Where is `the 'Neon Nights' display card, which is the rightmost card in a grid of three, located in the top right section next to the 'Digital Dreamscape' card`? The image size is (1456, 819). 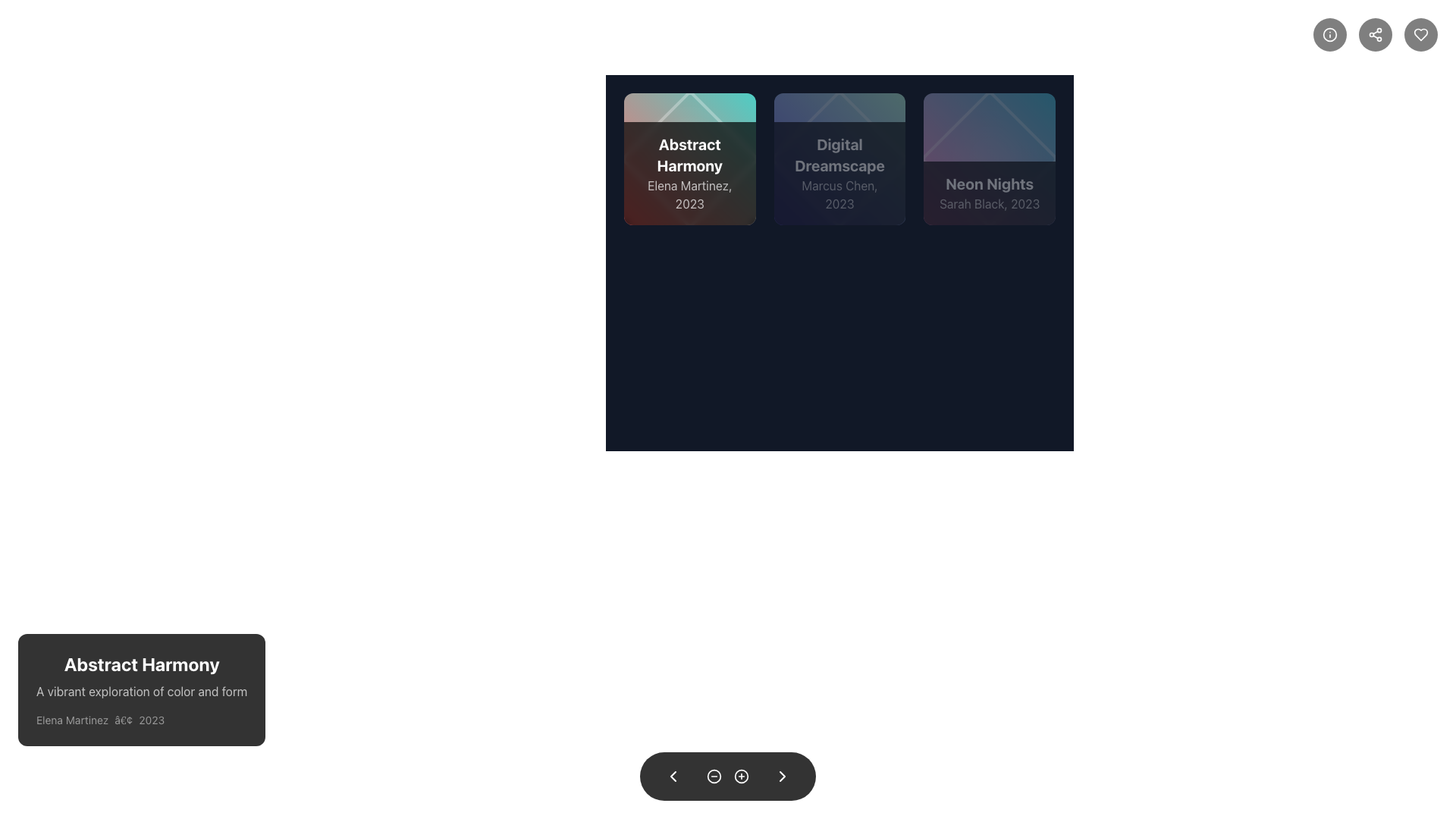 the 'Neon Nights' display card, which is the rightmost card in a grid of three, located in the top right section next to the 'Digital Dreamscape' card is located at coordinates (990, 158).